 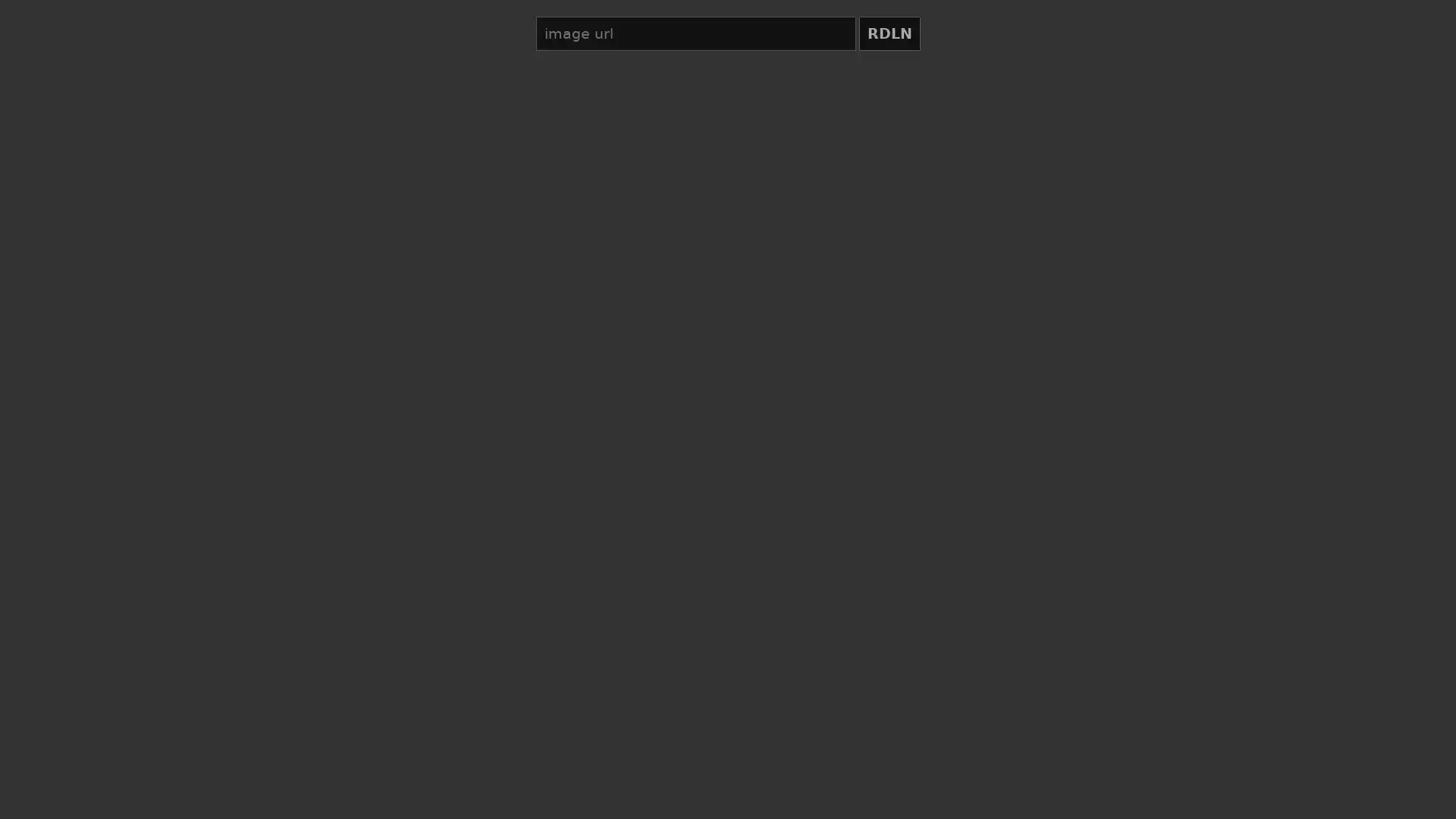 What do you see at coordinates (889, 33) in the screenshot?
I see `RDLN` at bounding box center [889, 33].